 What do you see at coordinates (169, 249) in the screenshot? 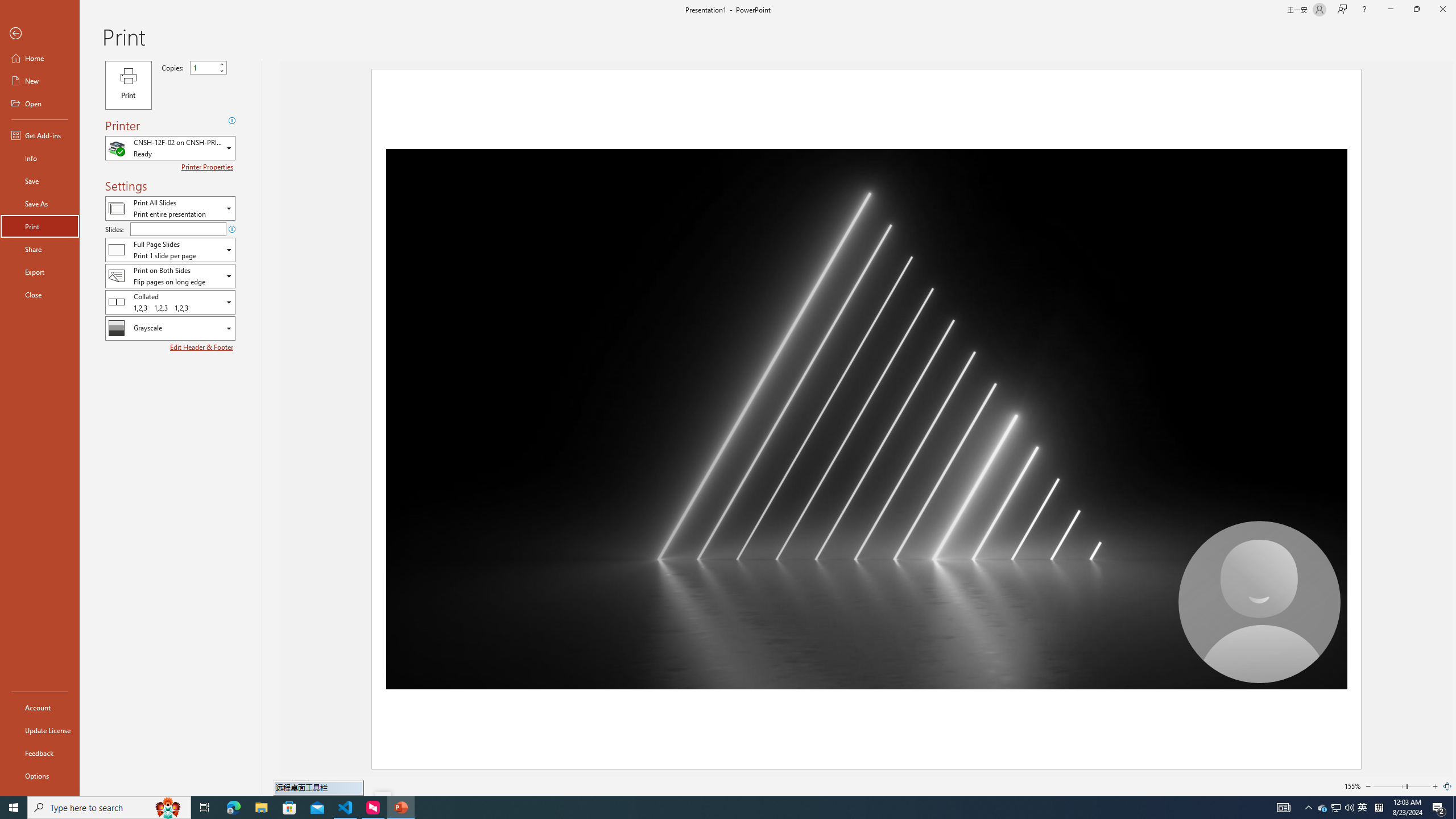
I see `'Slides and Handouts'` at bounding box center [169, 249].